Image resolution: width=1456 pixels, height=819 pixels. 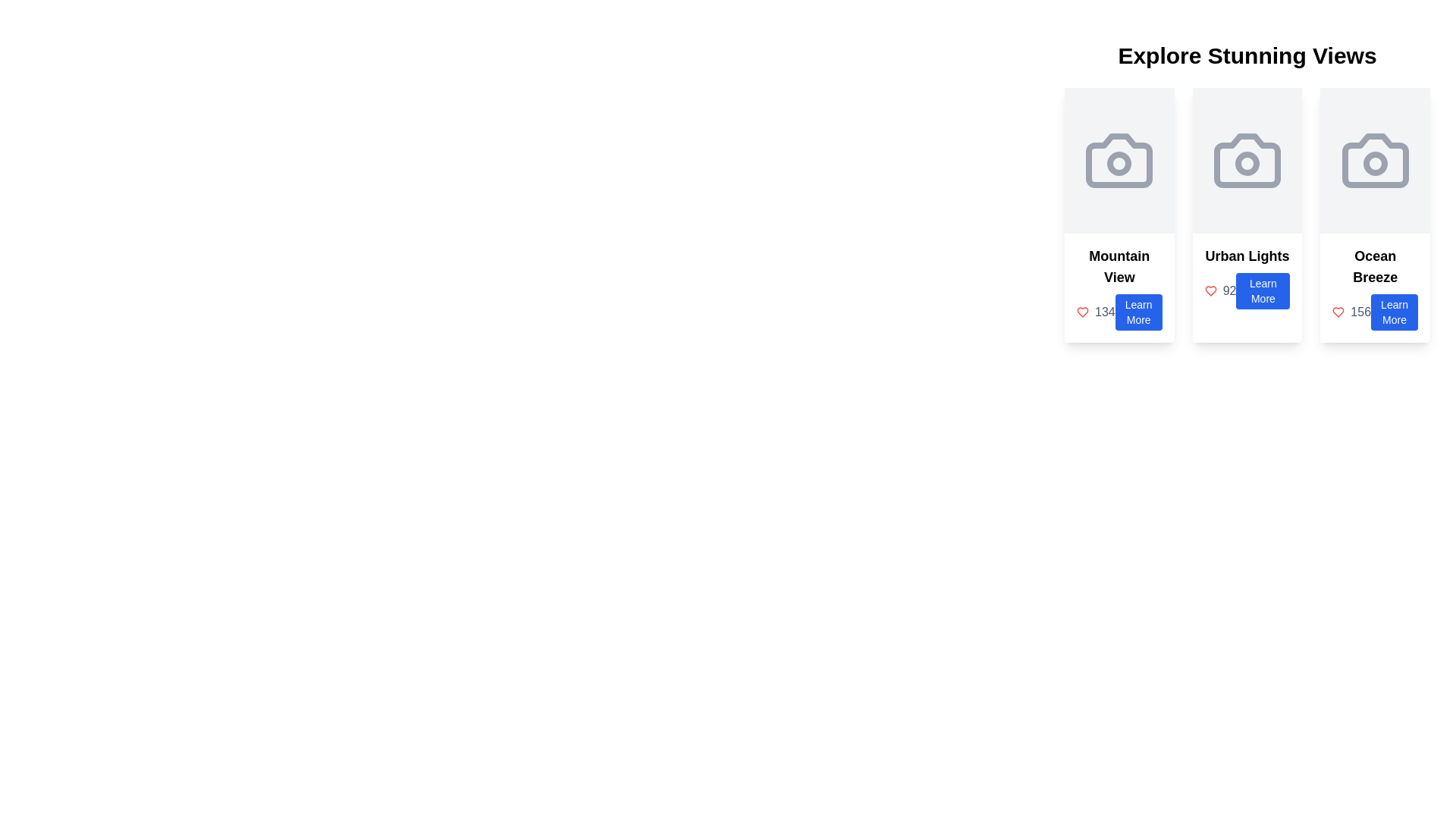 I want to click on the 'Learn More' button with a blue background and white text located at the bottom of the 'Urban Lights' card, so click(x=1263, y=291).